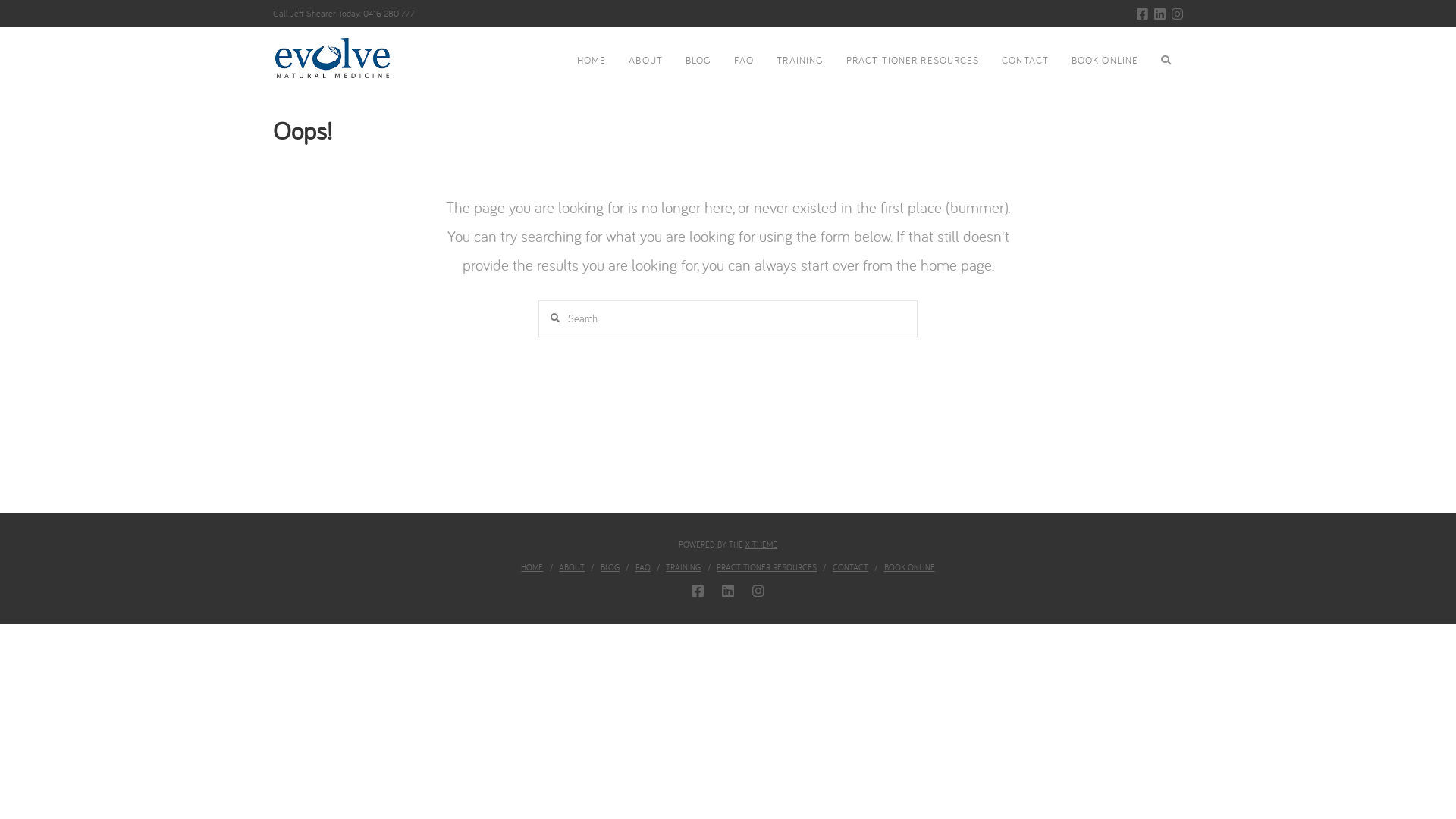 Image resolution: width=1456 pixels, height=819 pixels. What do you see at coordinates (743, 61) in the screenshot?
I see `'FAQ'` at bounding box center [743, 61].